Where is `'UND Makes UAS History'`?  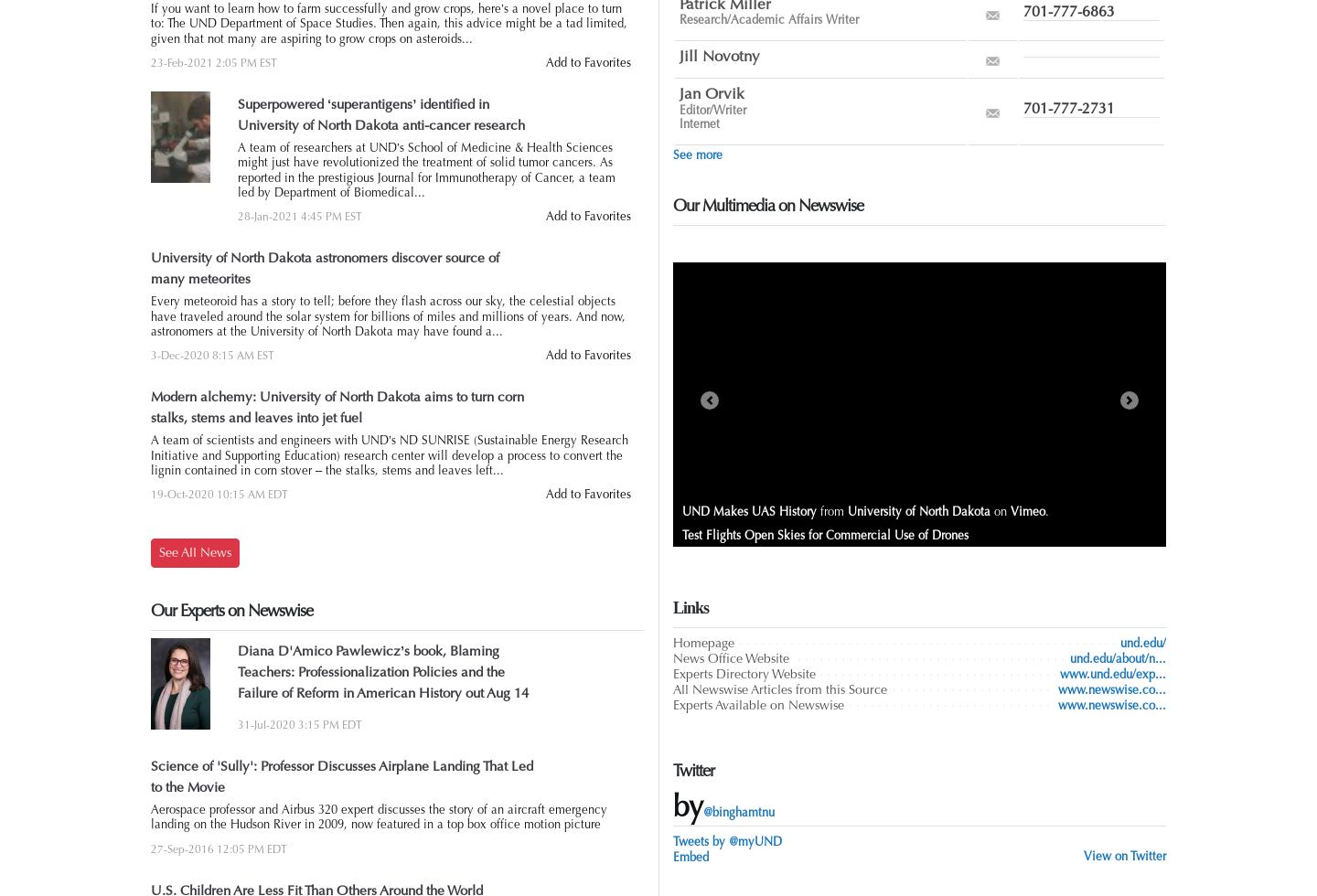 'UND Makes UAS History' is located at coordinates (681, 511).